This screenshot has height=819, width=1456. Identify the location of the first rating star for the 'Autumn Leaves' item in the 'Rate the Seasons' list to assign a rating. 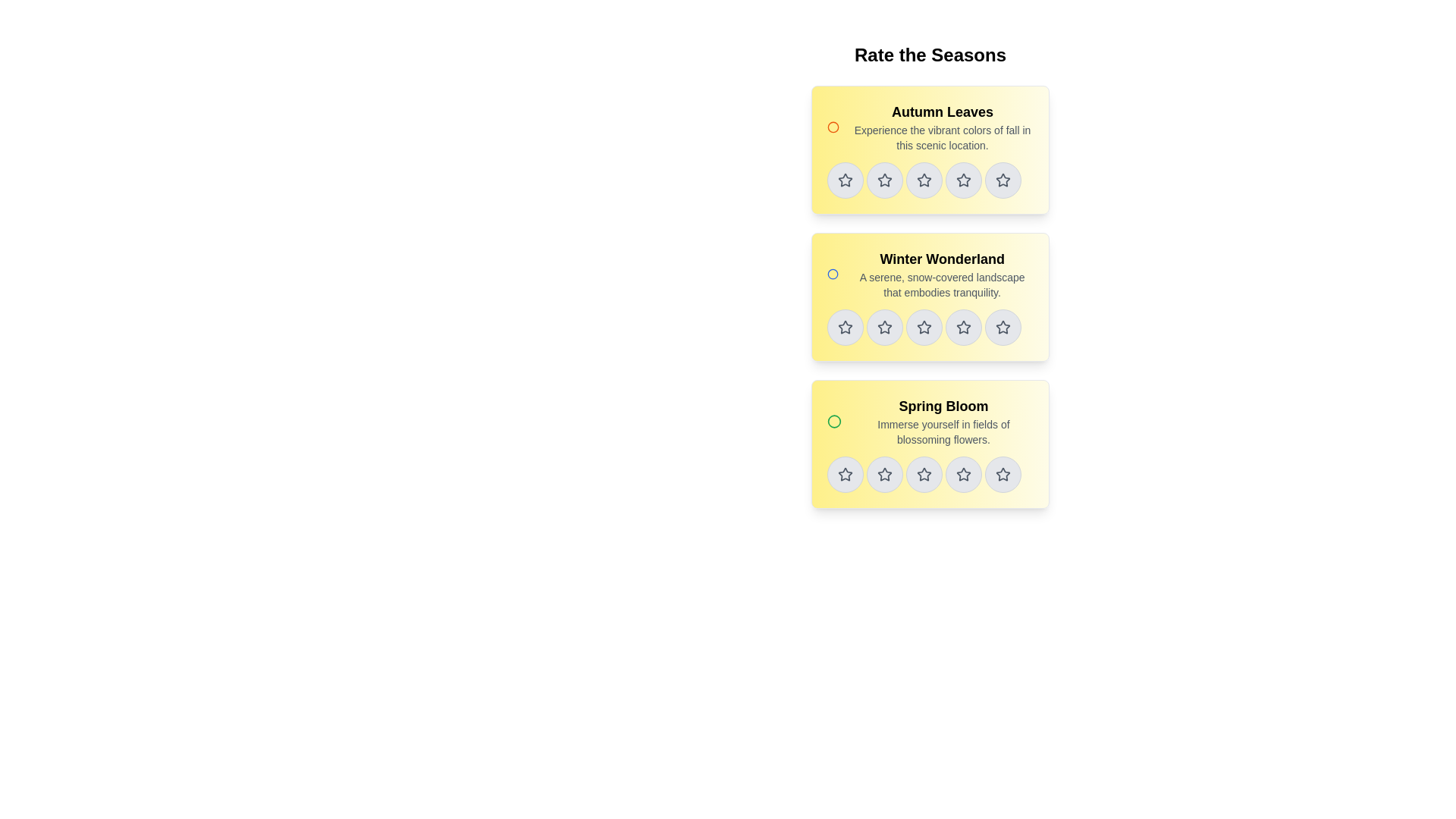
(844, 180).